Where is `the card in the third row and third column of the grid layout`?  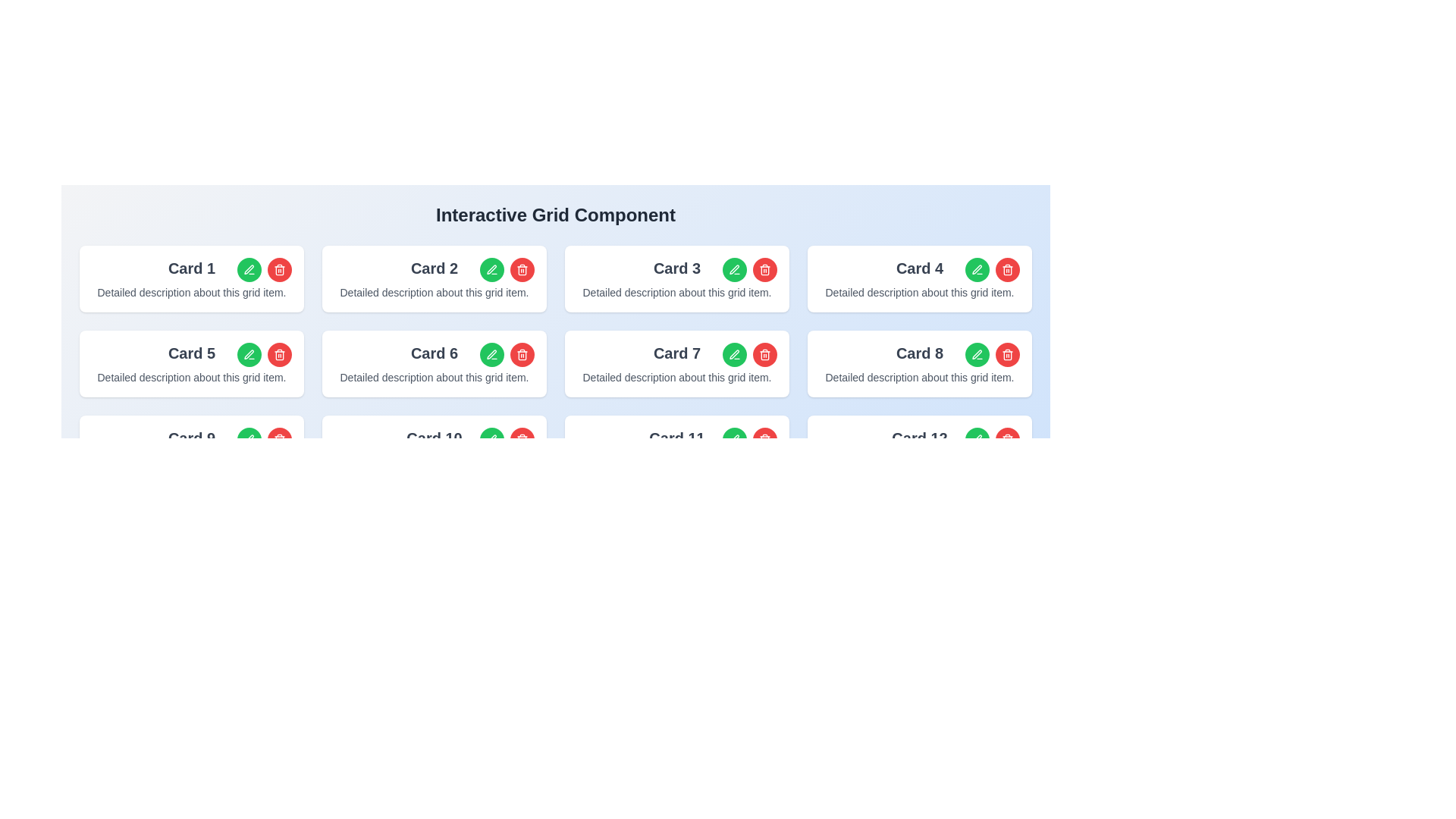
the card in the third row and third column of the grid layout is located at coordinates (676, 447).